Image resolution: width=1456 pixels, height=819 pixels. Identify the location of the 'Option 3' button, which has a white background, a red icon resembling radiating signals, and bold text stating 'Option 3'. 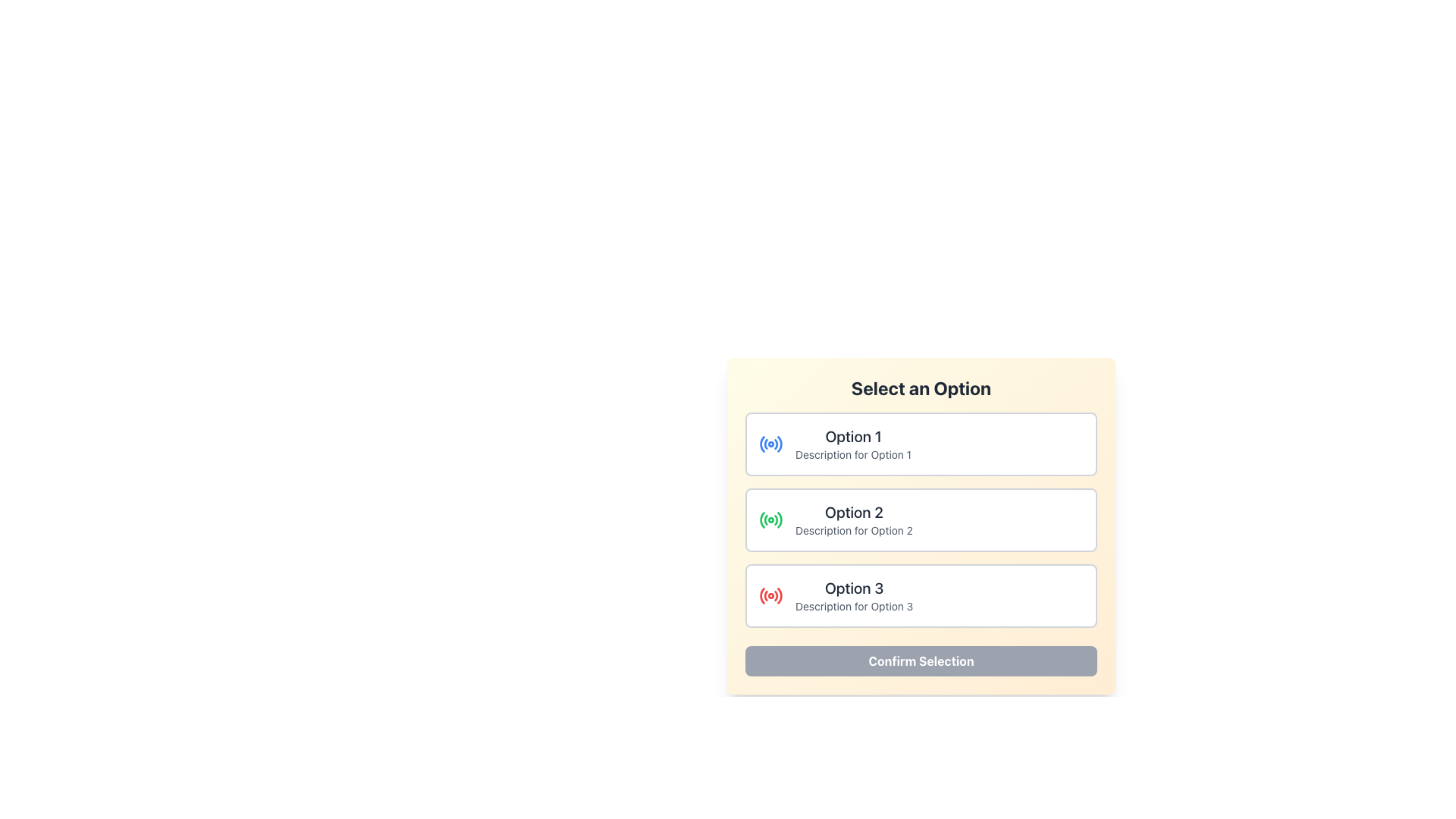
(920, 595).